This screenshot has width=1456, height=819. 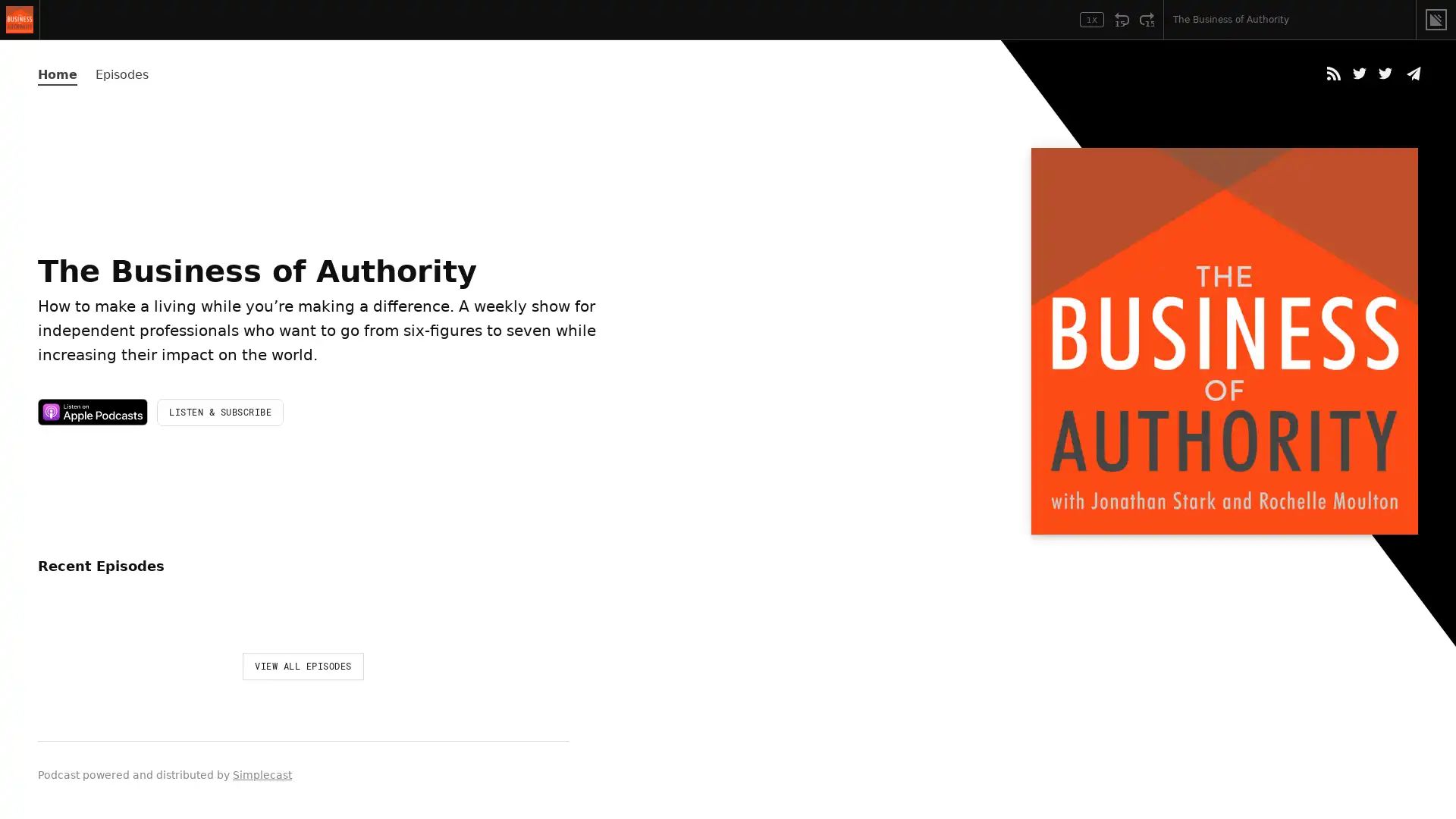 What do you see at coordinates (1092, 20) in the screenshot?
I see `Toggle Speed: Current Speed 1x` at bounding box center [1092, 20].